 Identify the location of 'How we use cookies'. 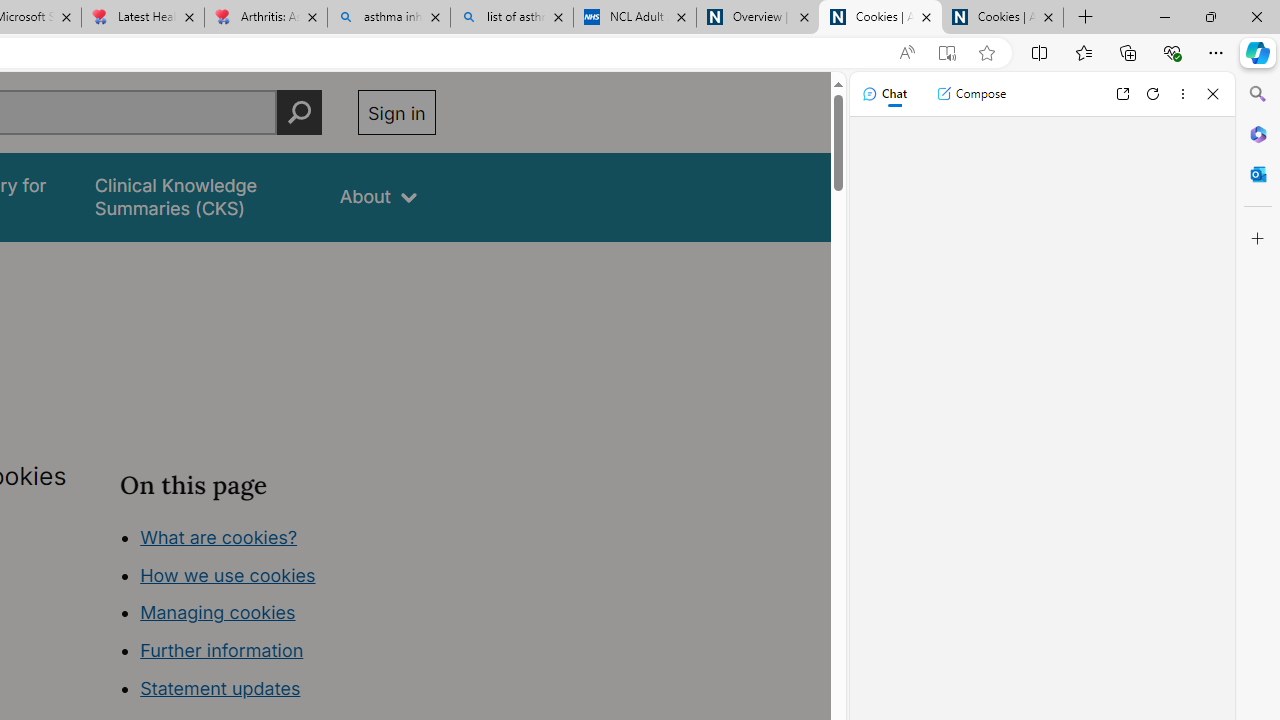
(227, 574).